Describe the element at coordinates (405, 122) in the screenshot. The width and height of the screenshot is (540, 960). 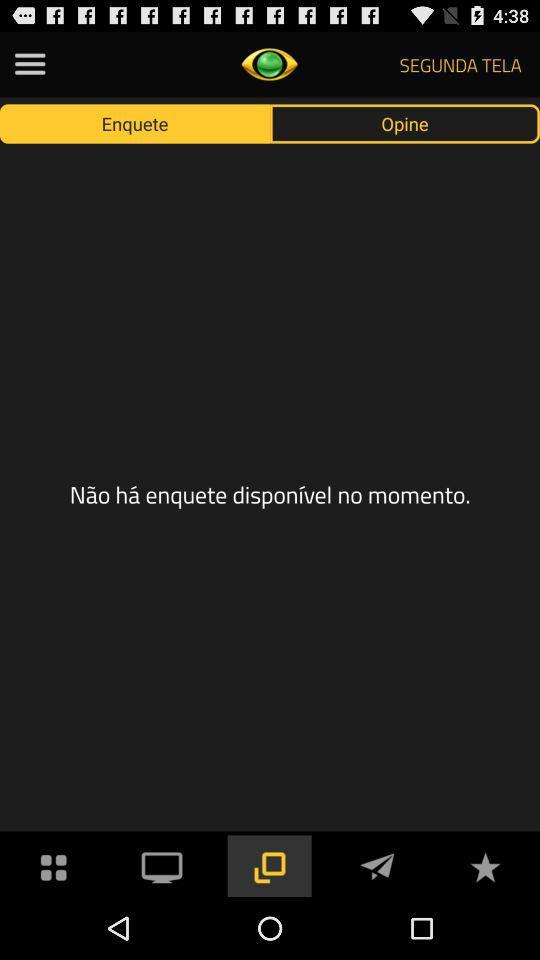
I see `the icon to the right of enquete item` at that location.